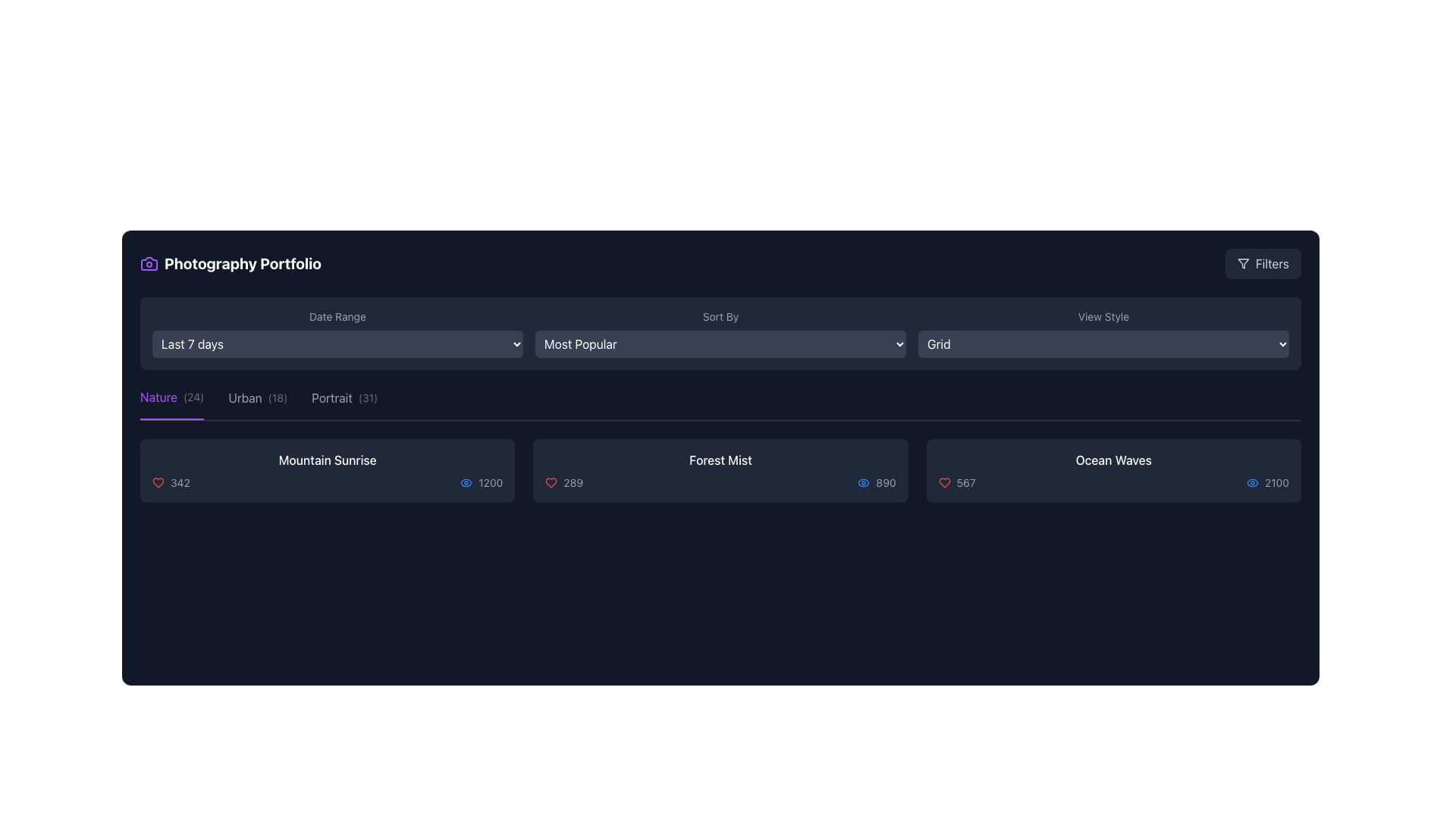 The width and height of the screenshot is (1456, 819). What do you see at coordinates (337, 344) in the screenshot?
I see `the dropdown menu displaying date range options ('Last 7 days', 'Last 30 days', 'All time')` at bounding box center [337, 344].